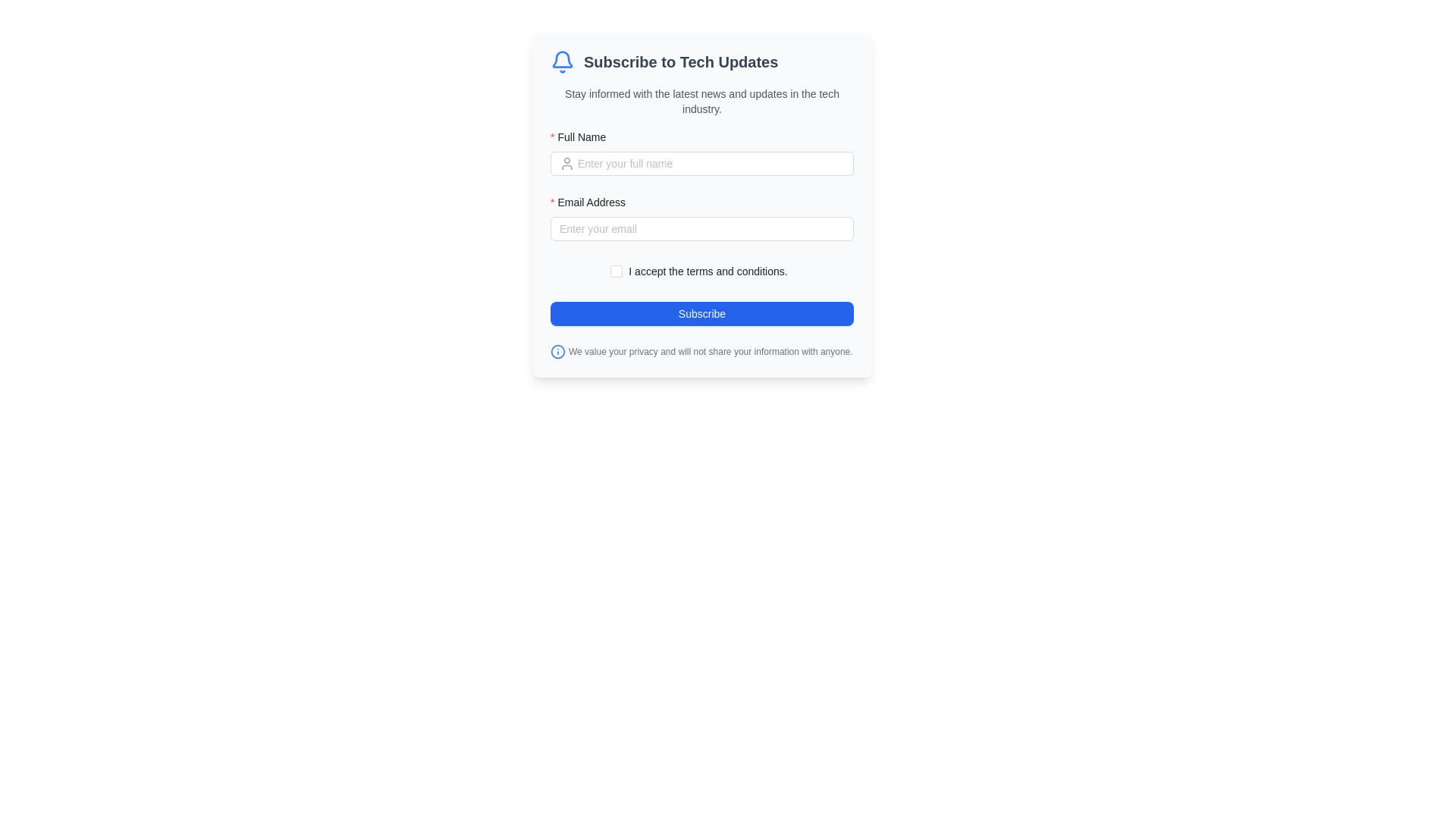 The image size is (1456, 819). What do you see at coordinates (701, 61) in the screenshot?
I see `heading labeled 'Subscribe to Tech Updates' which includes a blue bell icon, to understand the form's purpose` at bounding box center [701, 61].